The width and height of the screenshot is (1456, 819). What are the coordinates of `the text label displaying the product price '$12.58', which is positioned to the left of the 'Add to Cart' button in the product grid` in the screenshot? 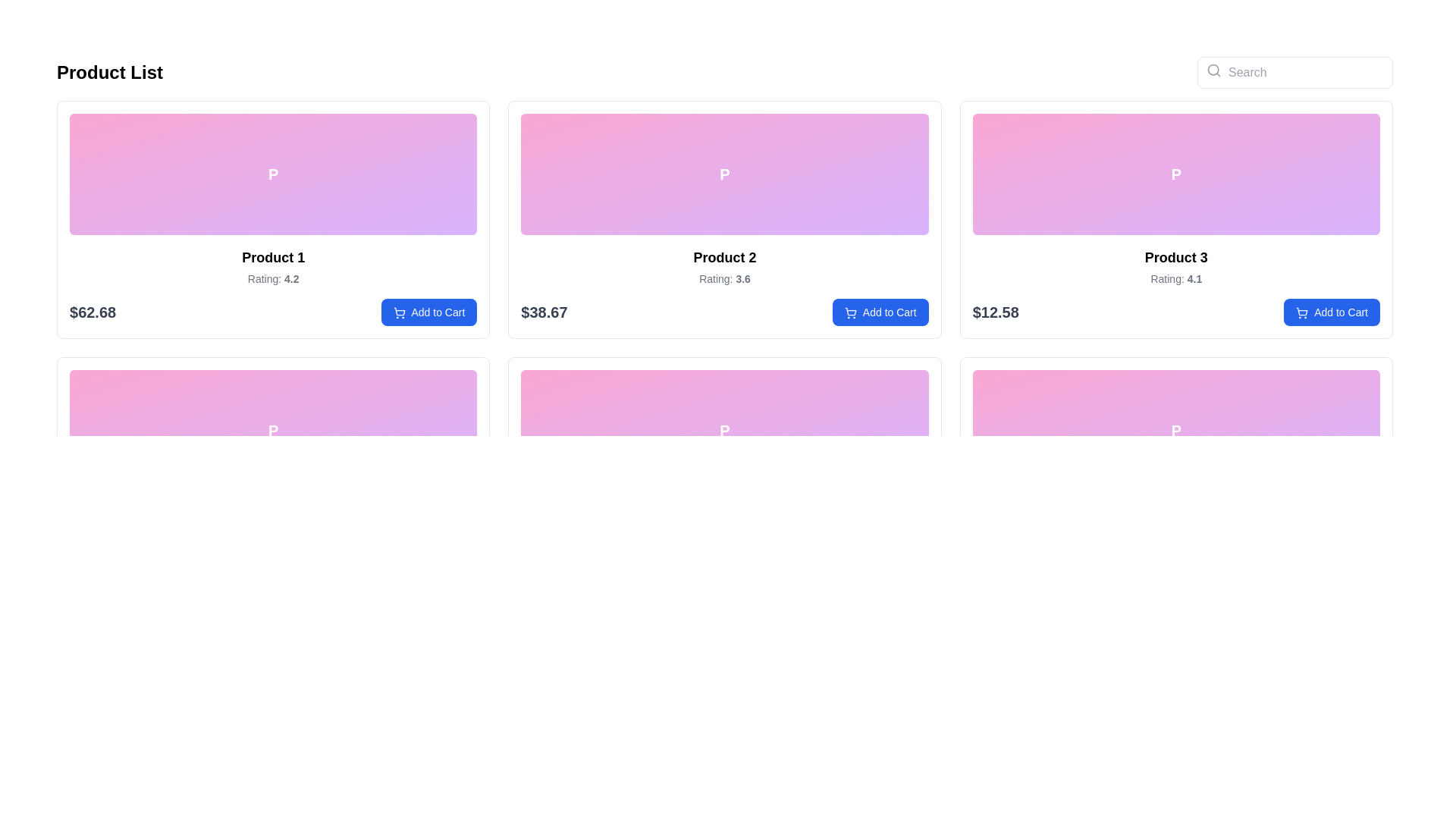 It's located at (996, 312).